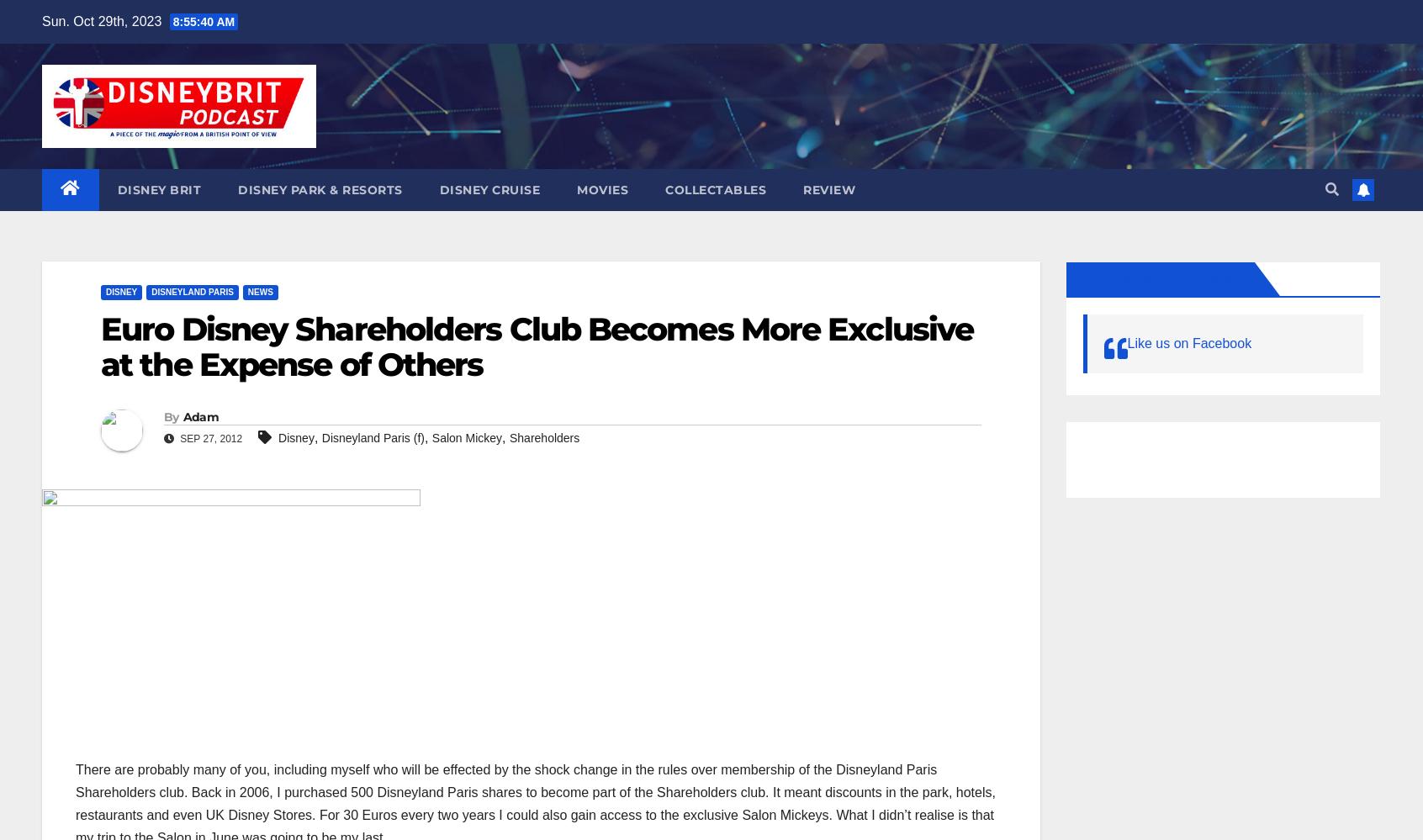 The width and height of the screenshot is (1423, 840). Describe the element at coordinates (828, 189) in the screenshot. I see `'Review'` at that location.